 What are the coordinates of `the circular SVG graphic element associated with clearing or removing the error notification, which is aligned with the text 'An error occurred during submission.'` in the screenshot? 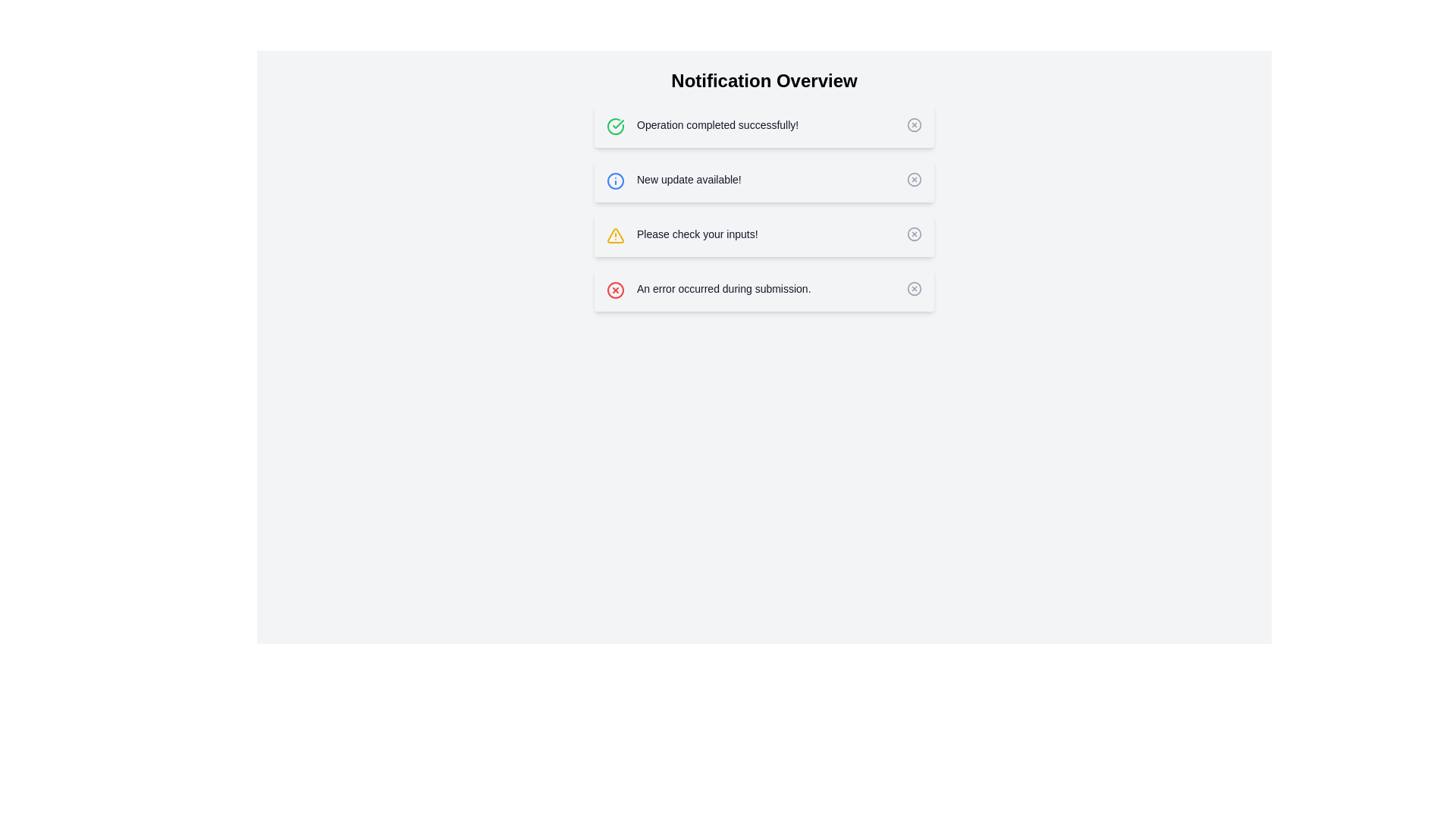 It's located at (913, 289).